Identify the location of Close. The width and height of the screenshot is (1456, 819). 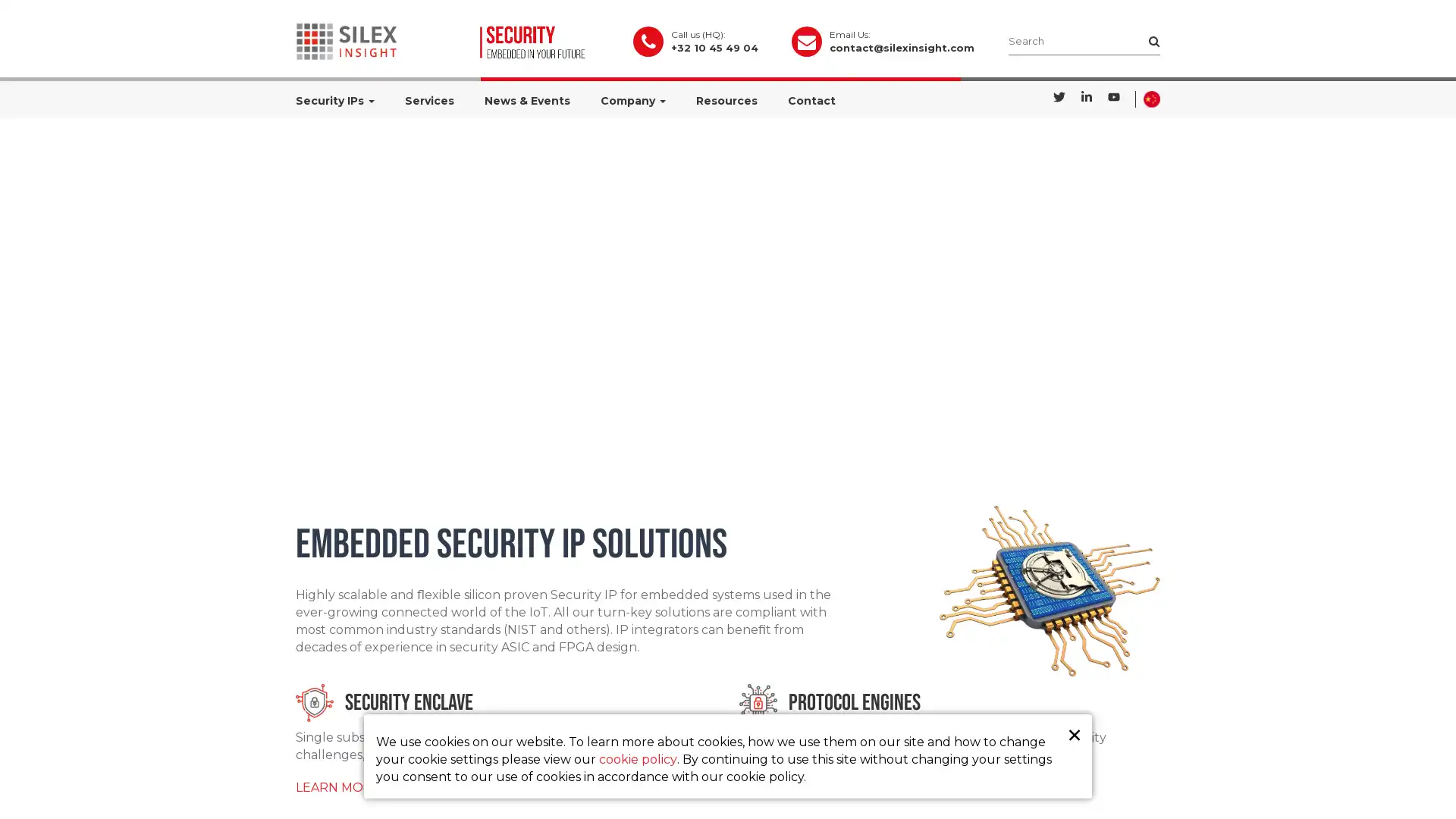
(1073, 733).